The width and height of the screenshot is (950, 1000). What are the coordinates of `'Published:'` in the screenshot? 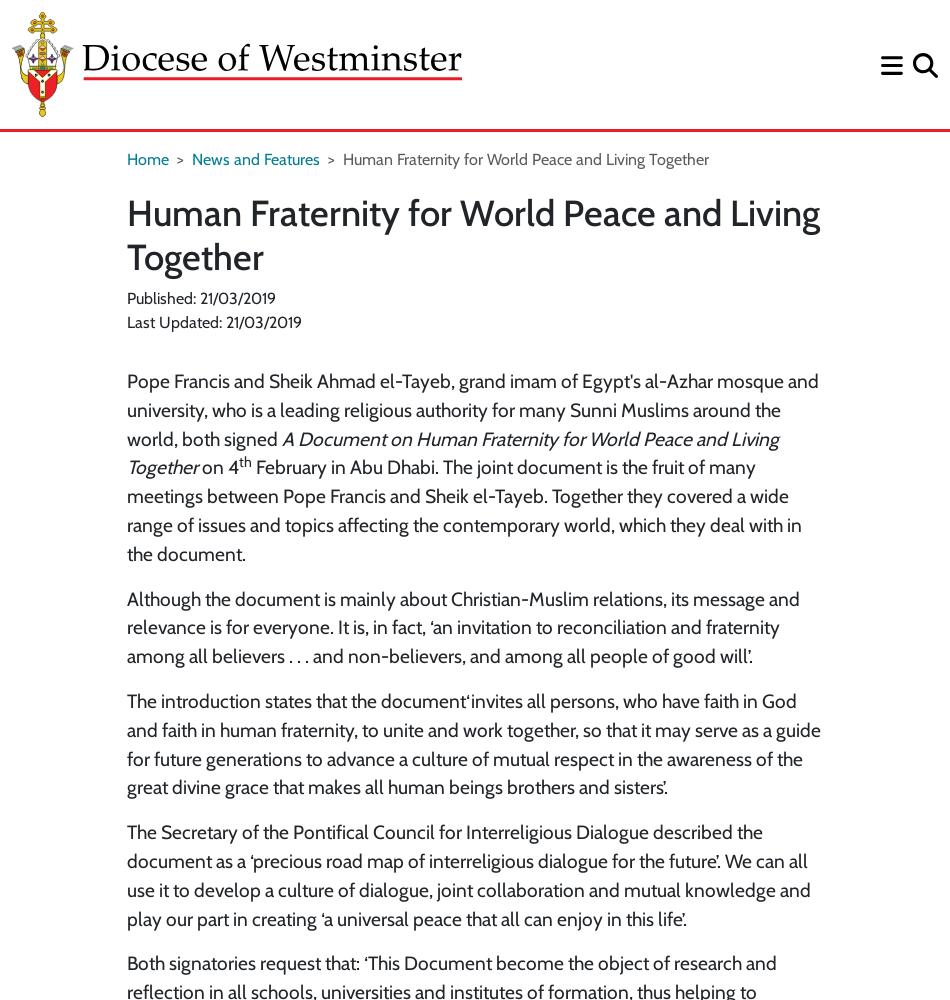 It's located at (161, 298).